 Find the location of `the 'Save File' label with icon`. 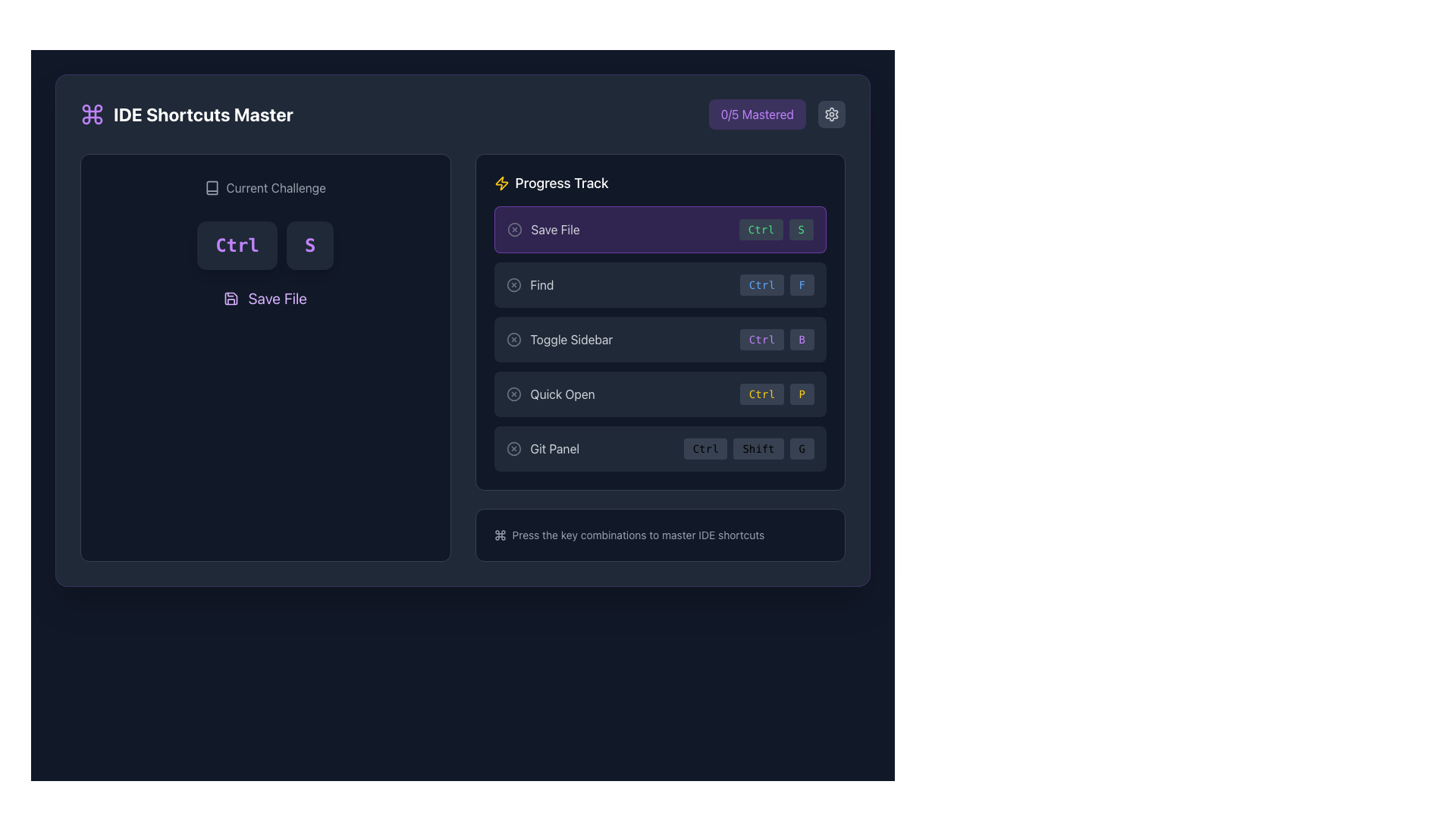

the 'Save File' label with icon is located at coordinates (265, 298).